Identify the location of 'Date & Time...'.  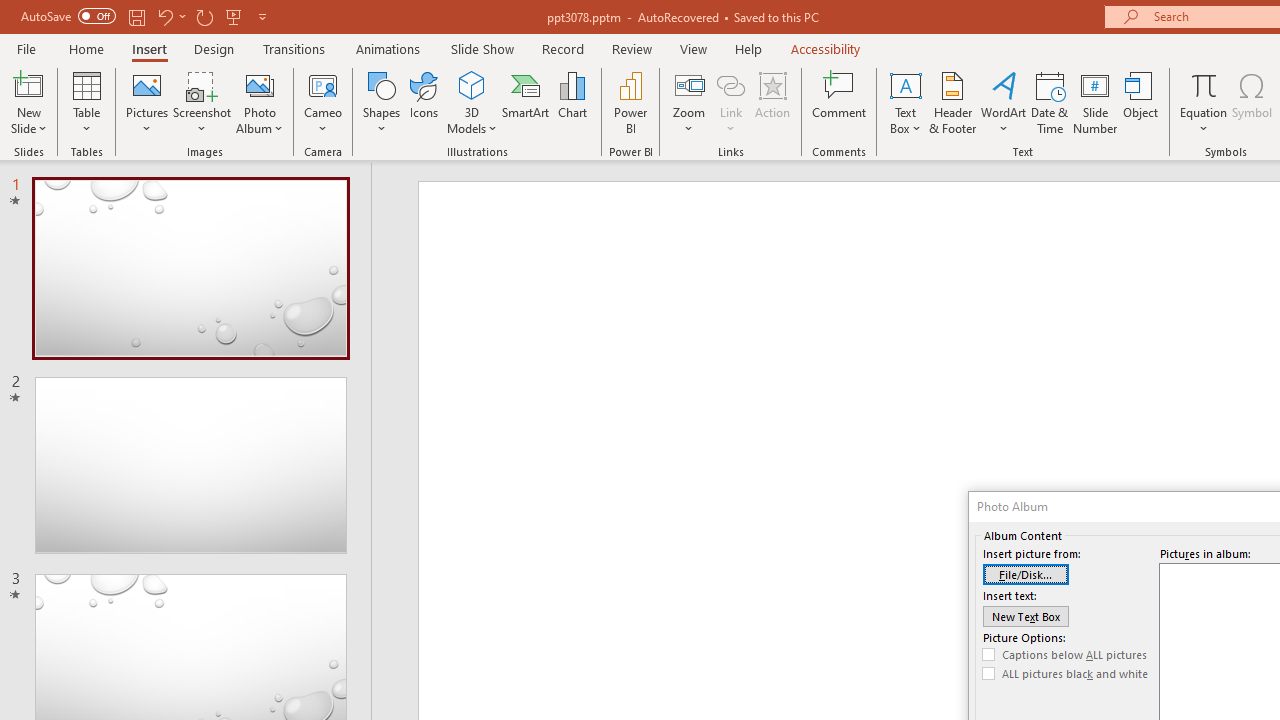
(1049, 103).